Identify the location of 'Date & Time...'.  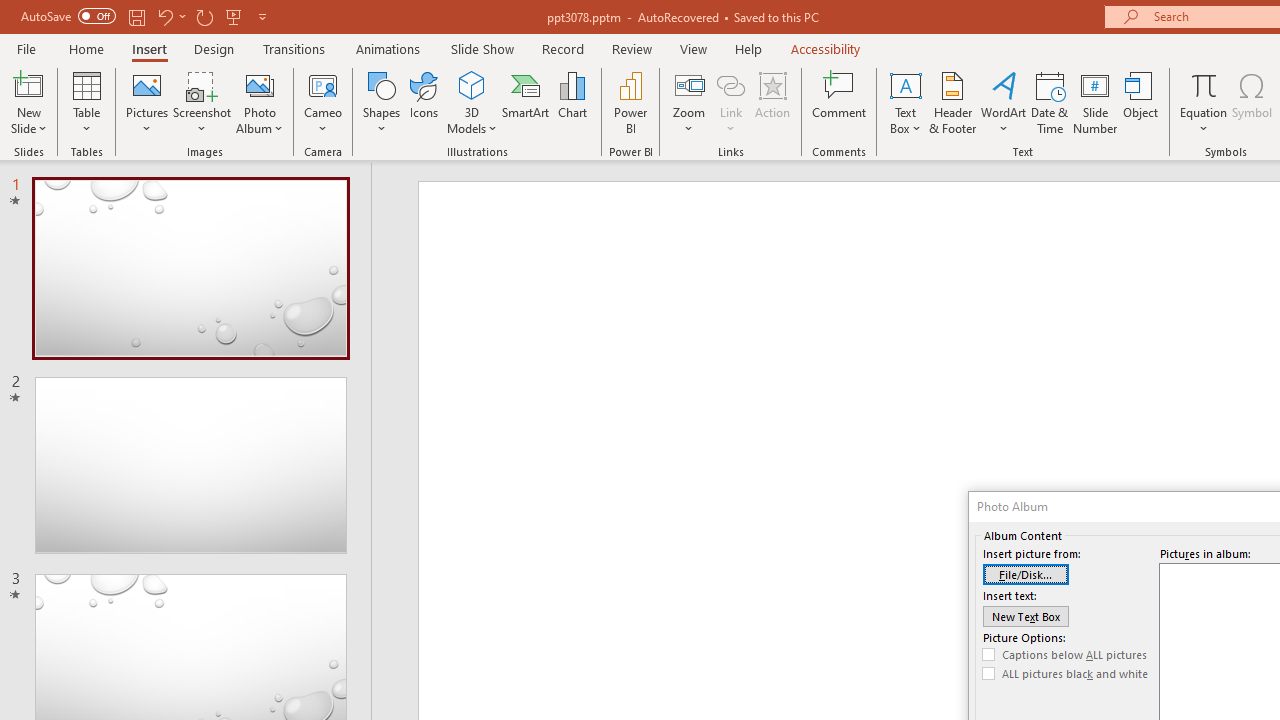
(1049, 103).